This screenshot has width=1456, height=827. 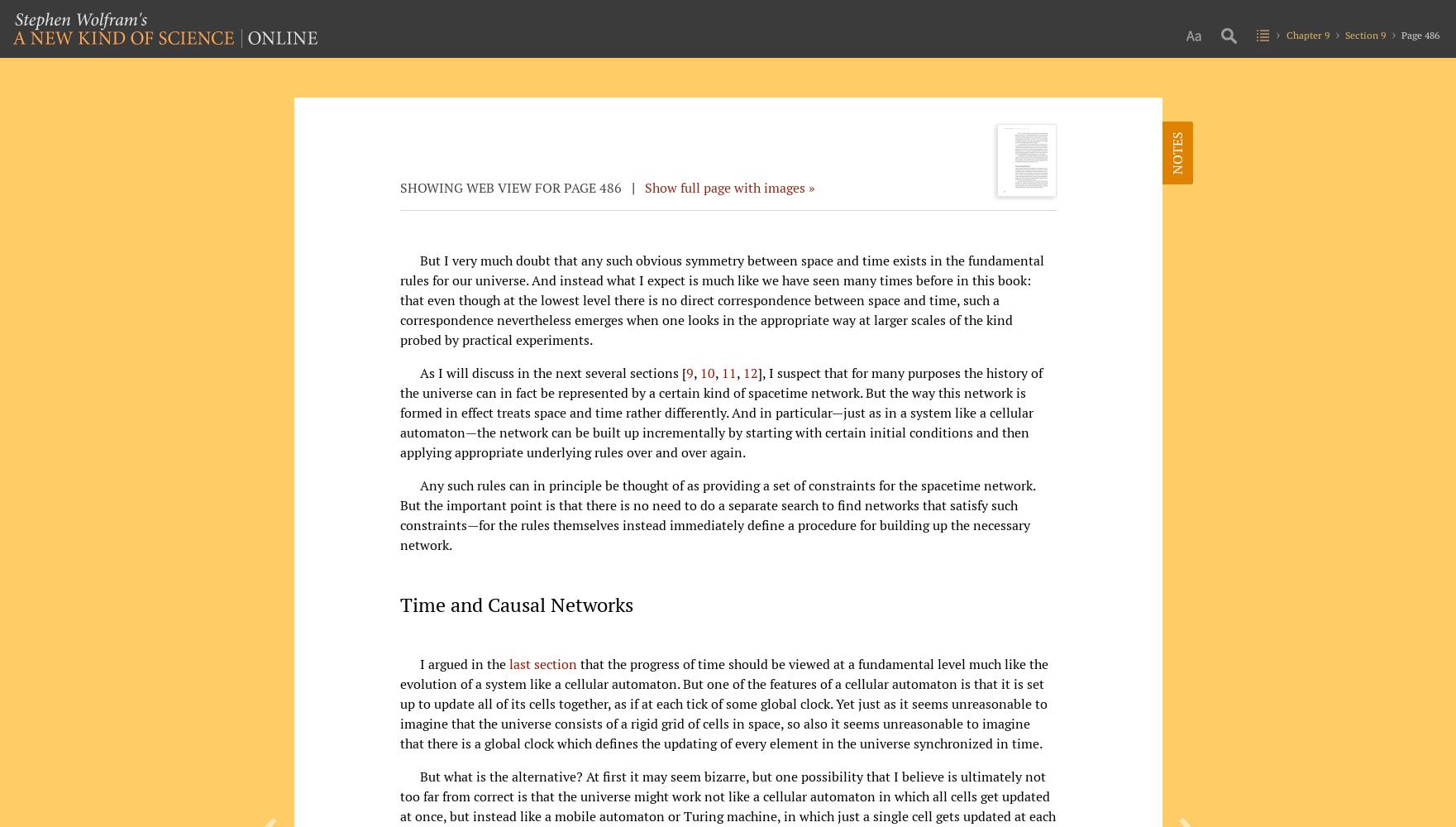 What do you see at coordinates (609, 186) in the screenshot?
I see `'486'` at bounding box center [609, 186].